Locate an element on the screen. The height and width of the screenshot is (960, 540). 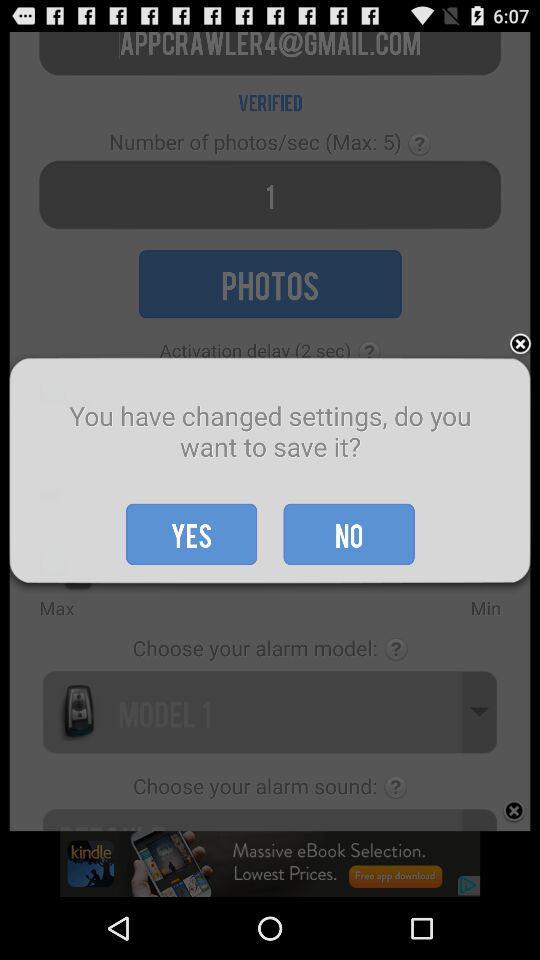
the close icon is located at coordinates (520, 368).